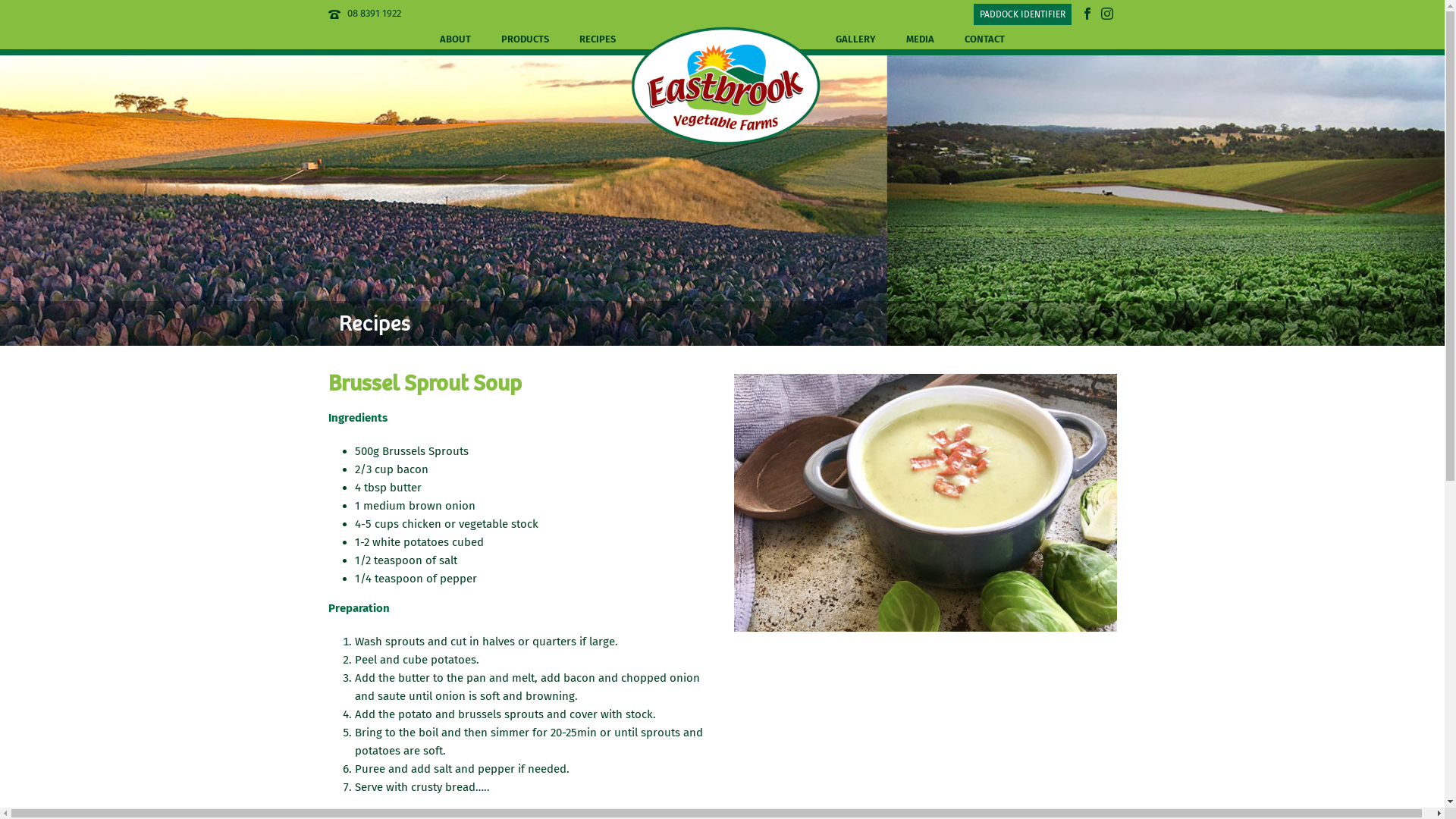 Image resolution: width=1456 pixels, height=819 pixels. I want to click on 'GALLERY', so click(855, 37).